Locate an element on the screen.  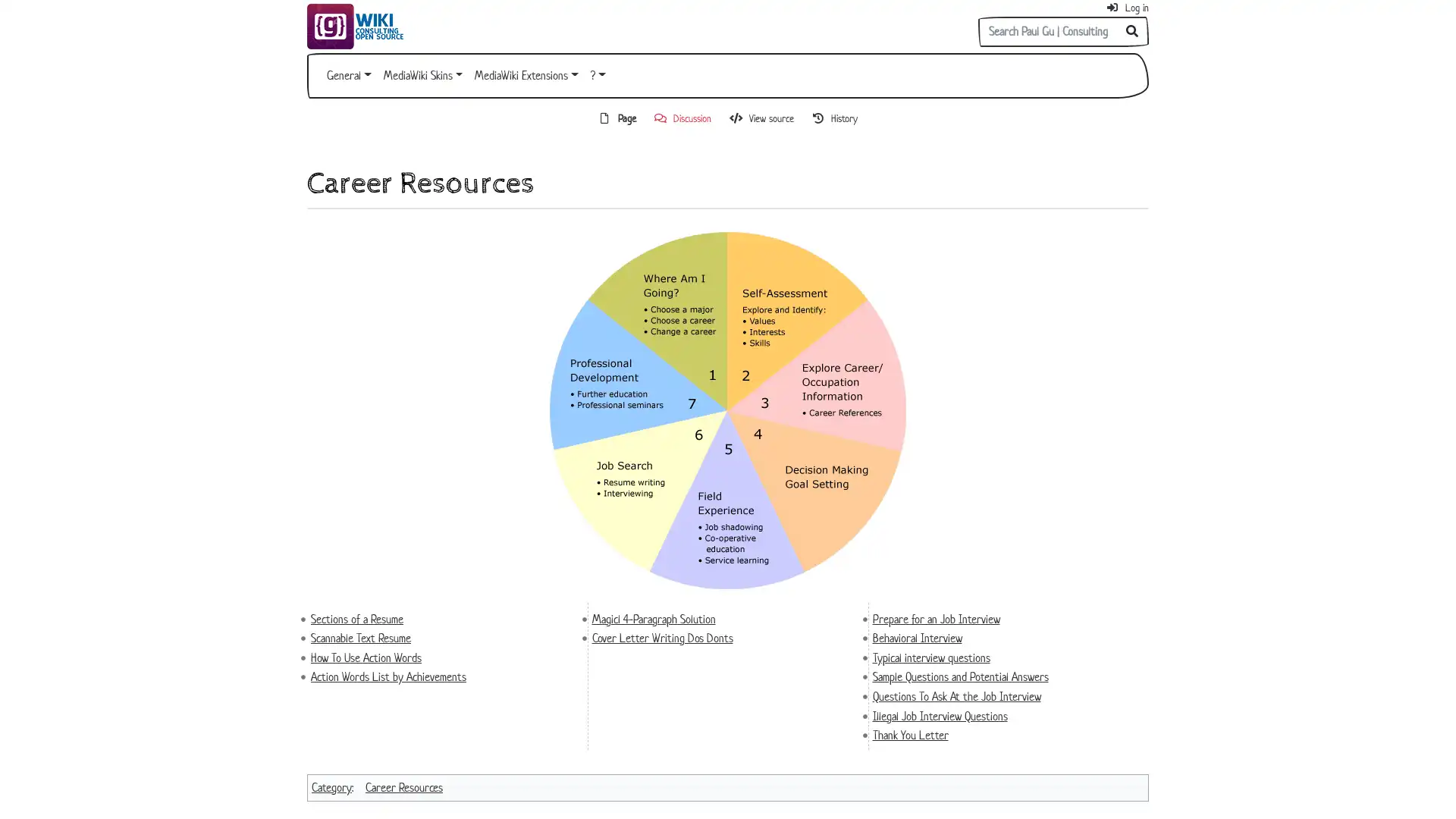
Go to page is located at coordinates (1132, 32).